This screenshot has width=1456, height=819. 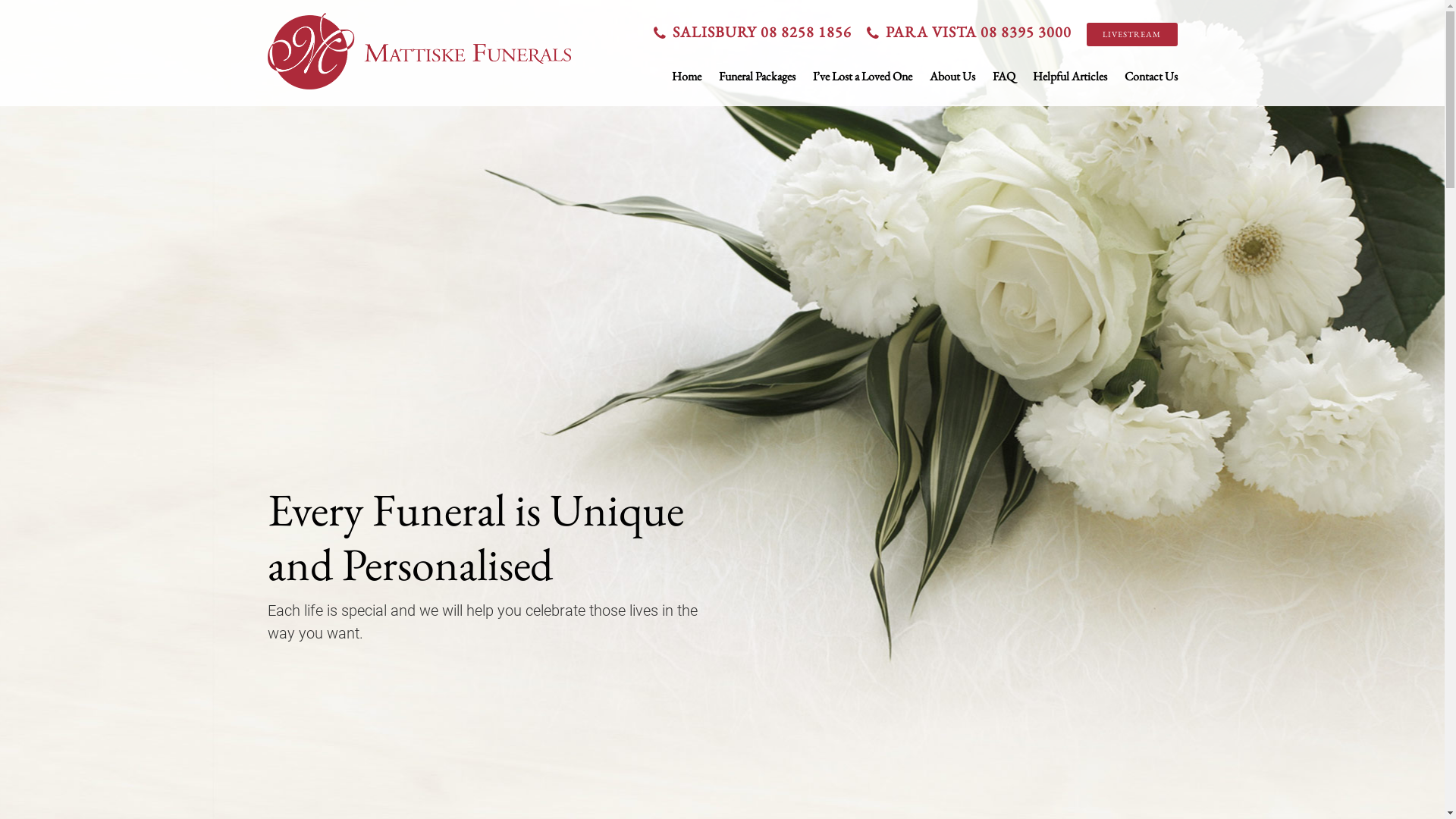 I want to click on 'LIVESTREAM', so click(x=1131, y=34).